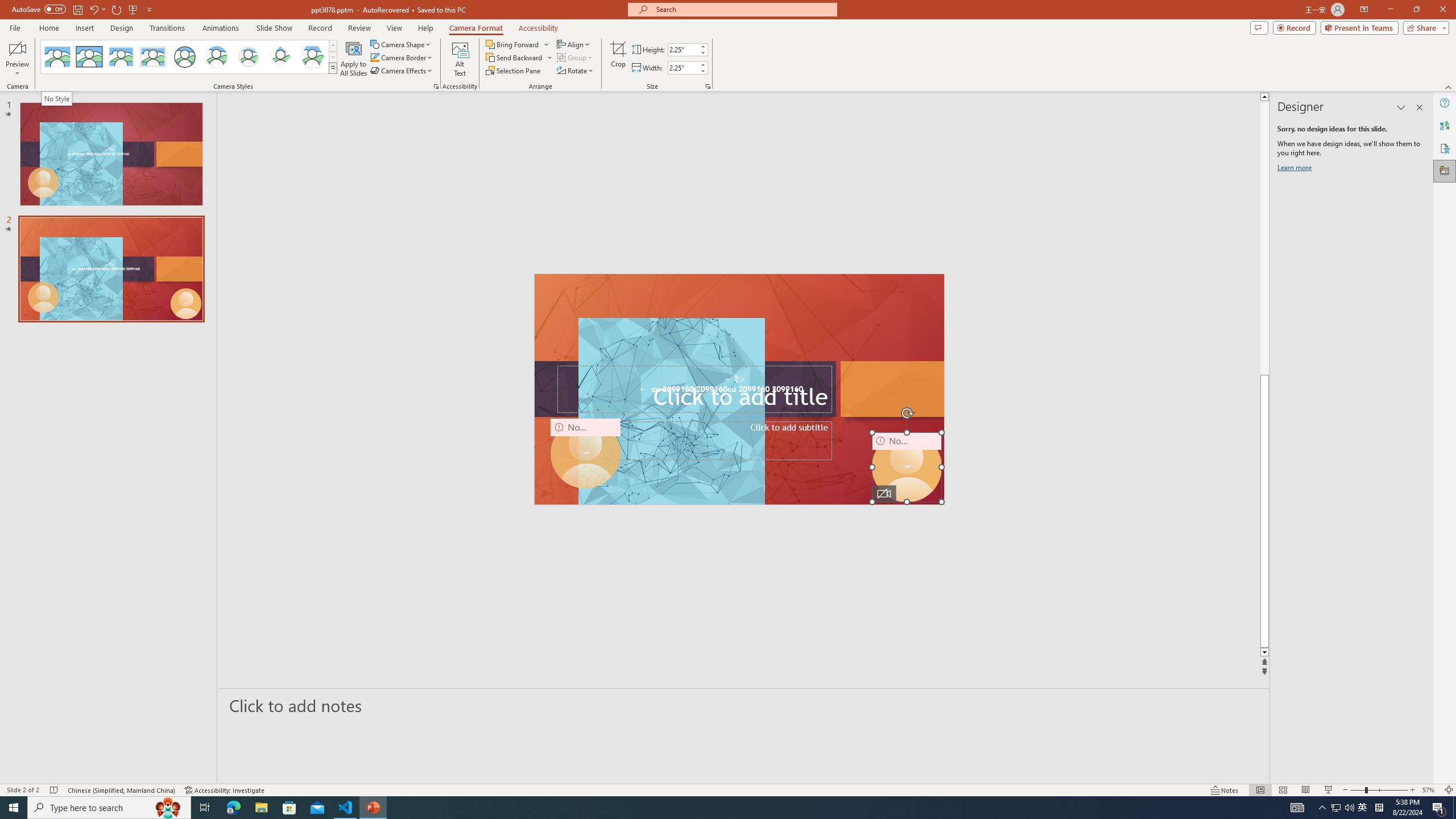 Image resolution: width=1456 pixels, height=819 pixels. What do you see at coordinates (734, 379) in the screenshot?
I see `'TextBox 7'` at bounding box center [734, 379].